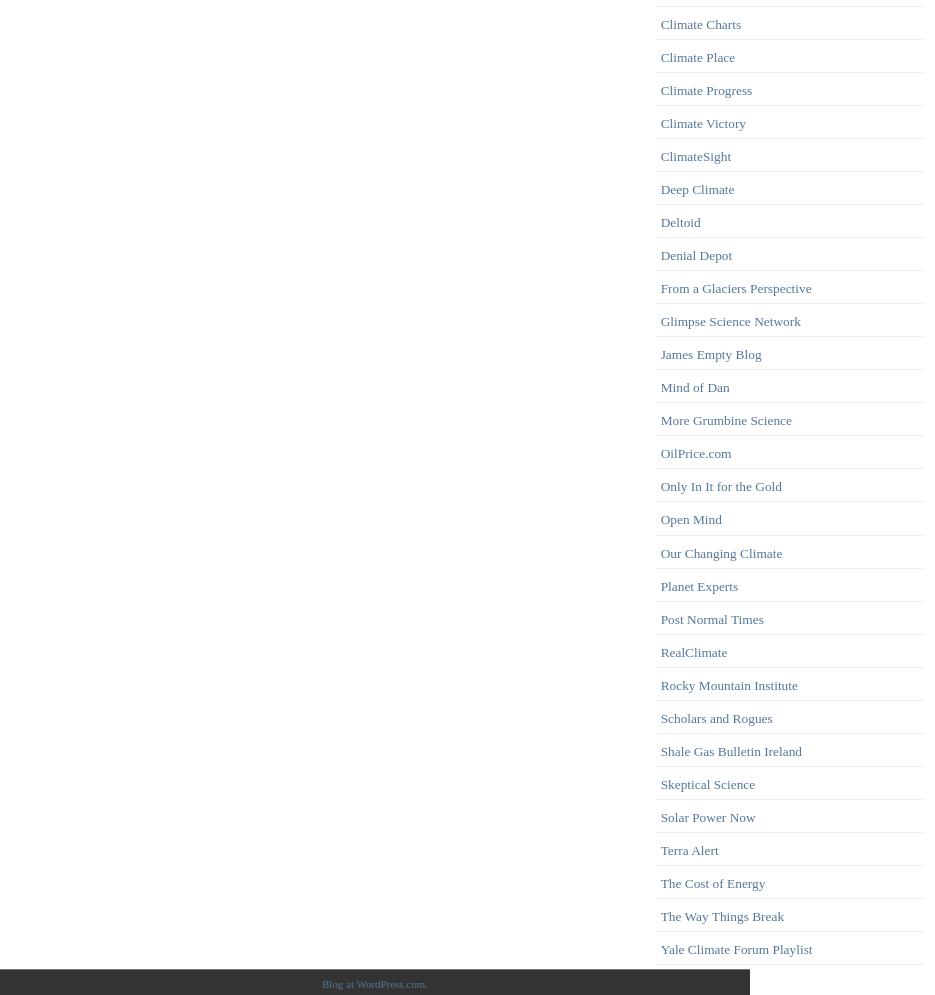 The image size is (935, 995). Describe the element at coordinates (660, 353) in the screenshot. I see `'James Empty Blog'` at that location.